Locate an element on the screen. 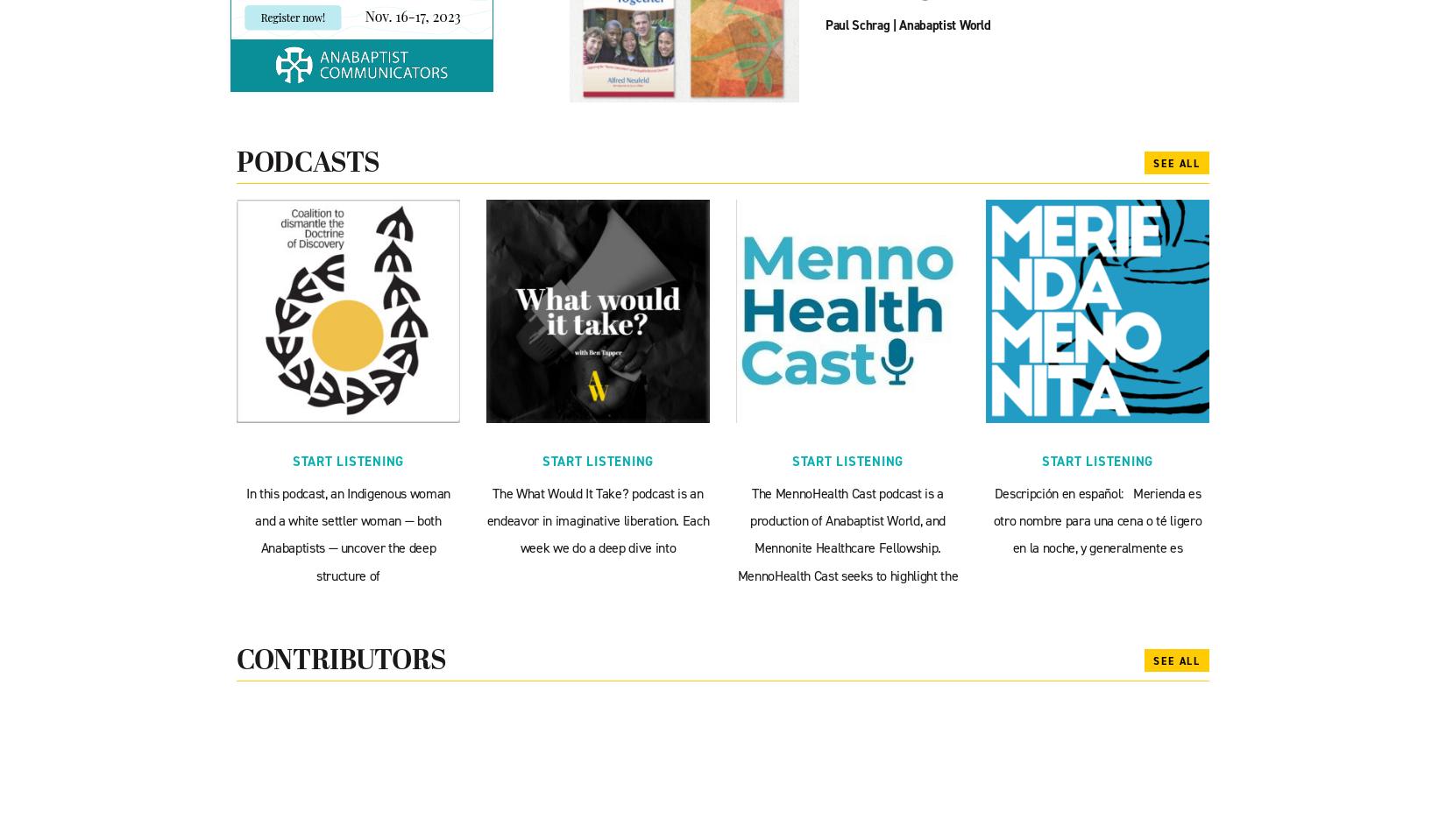 The height and width of the screenshot is (840, 1446). 'The What Would It Take? podcast is an endeavor in imaginative liberation. Each week we do a deep dive into' is located at coordinates (596, 519).